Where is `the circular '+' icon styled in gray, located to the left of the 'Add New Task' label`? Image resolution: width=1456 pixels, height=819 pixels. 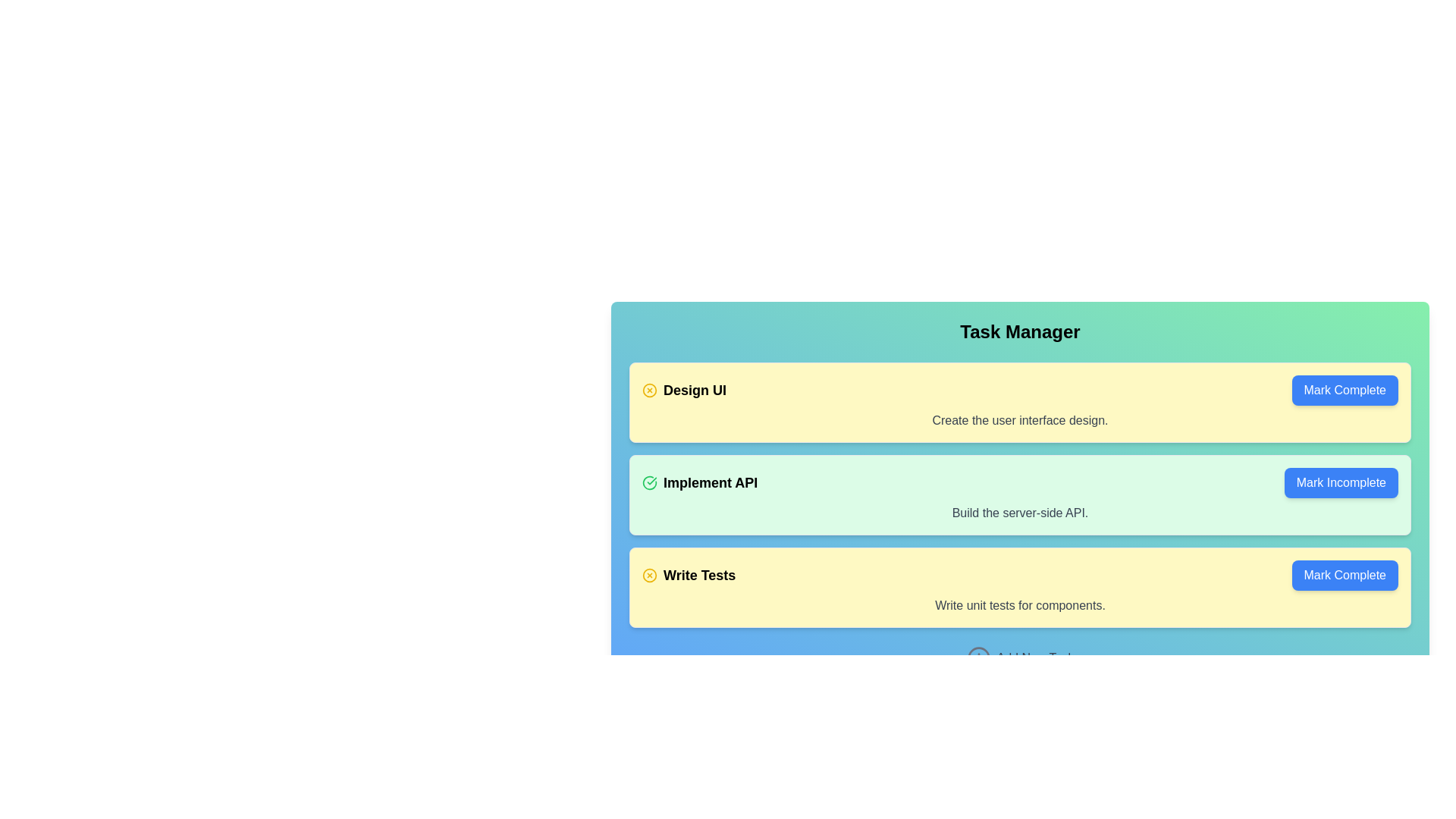 the circular '+' icon styled in gray, located to the left of the 'Add New Task' label is located at coordinates (978, 657).